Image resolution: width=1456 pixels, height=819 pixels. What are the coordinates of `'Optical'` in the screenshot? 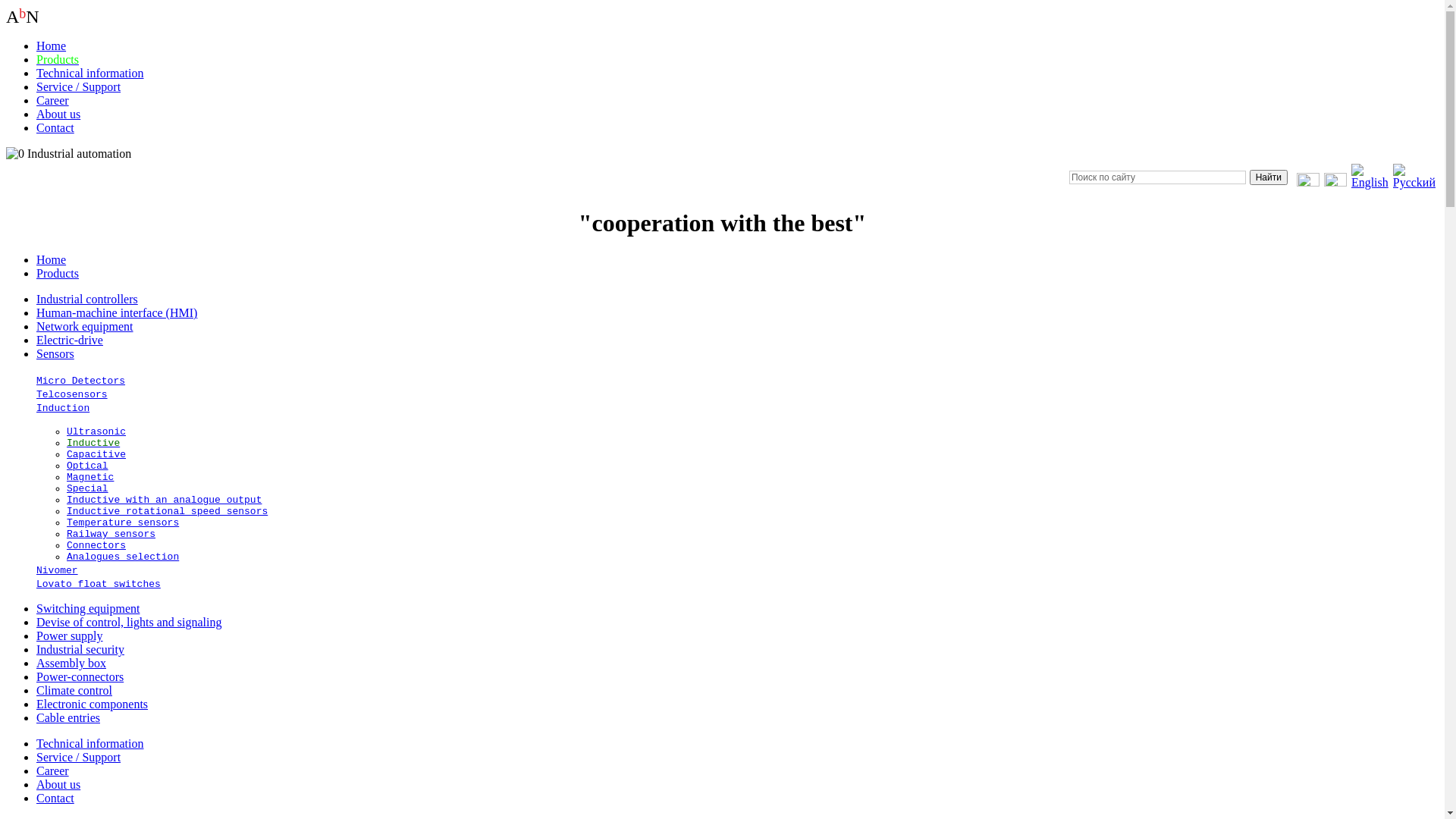 It's located at (86, 465).